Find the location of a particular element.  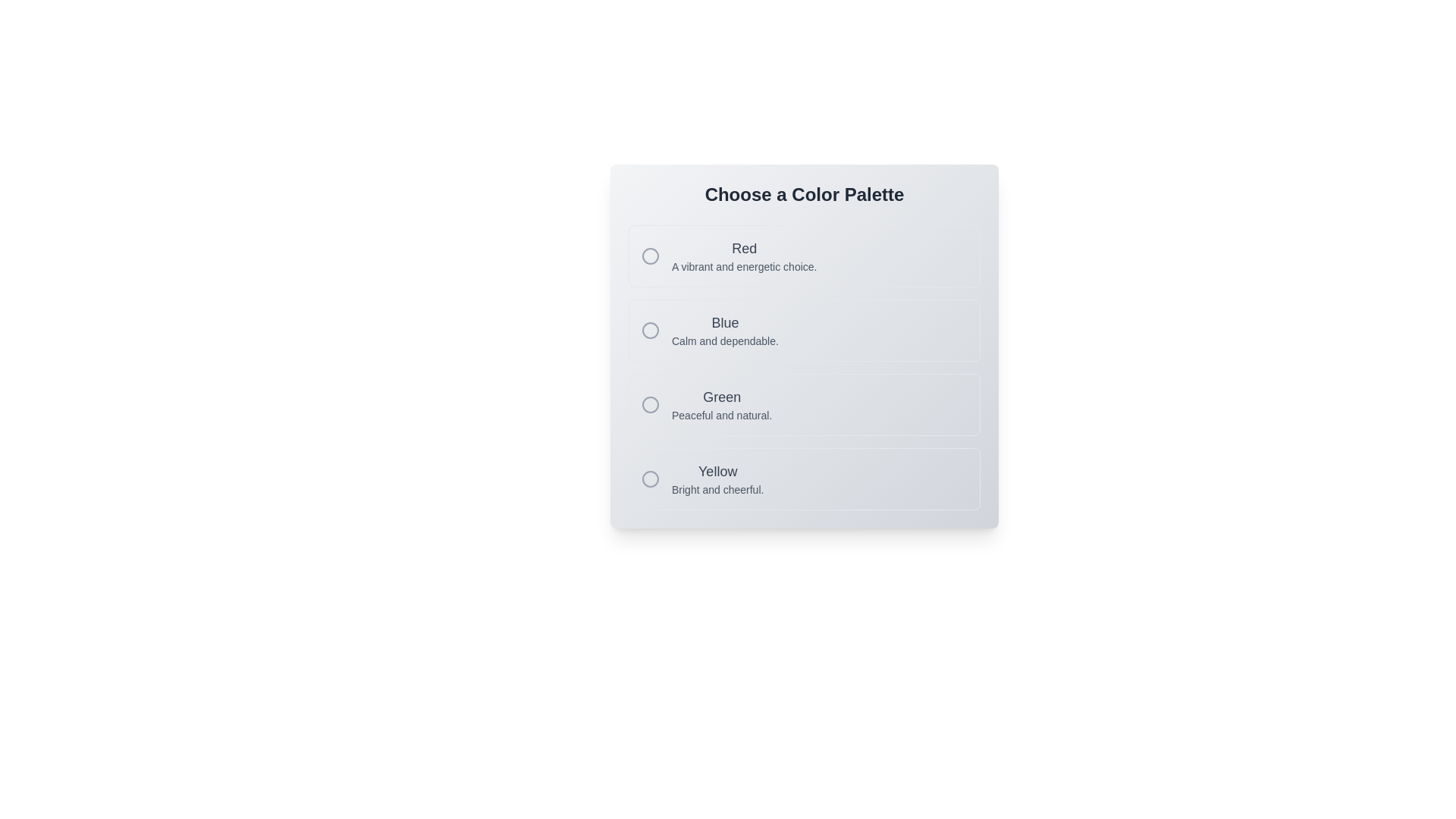

the static text element that serves as the title for the selectable option 'Green', which is centrally located in the third option of a vertically stacked list is located at coordinates (721, 397).